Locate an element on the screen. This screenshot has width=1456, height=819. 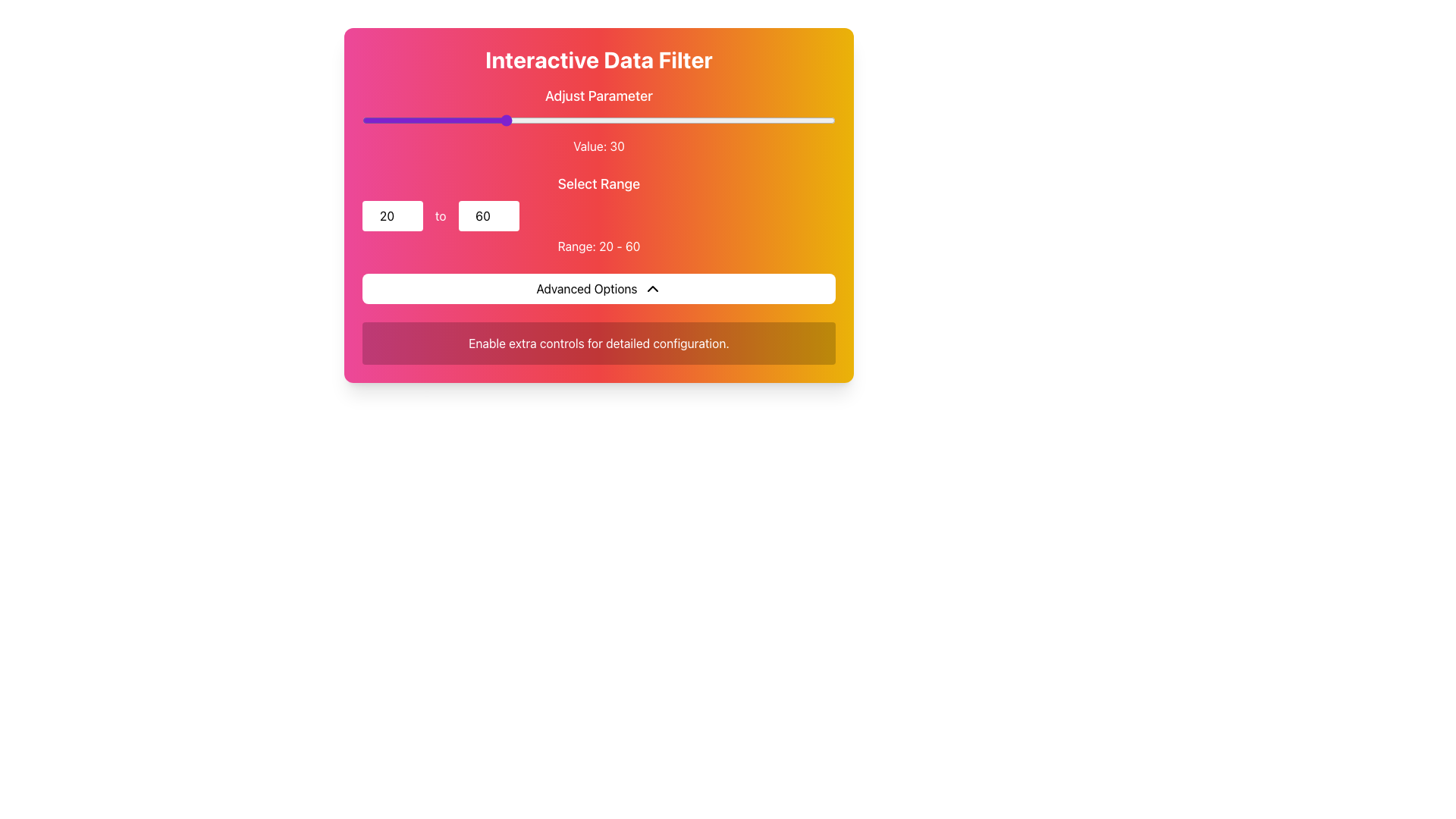
the bold and large-sized text 'Interactive Data Filter' at the top of the gradient panel, which has a pink to yellow background is located at coordinates (598, 58).